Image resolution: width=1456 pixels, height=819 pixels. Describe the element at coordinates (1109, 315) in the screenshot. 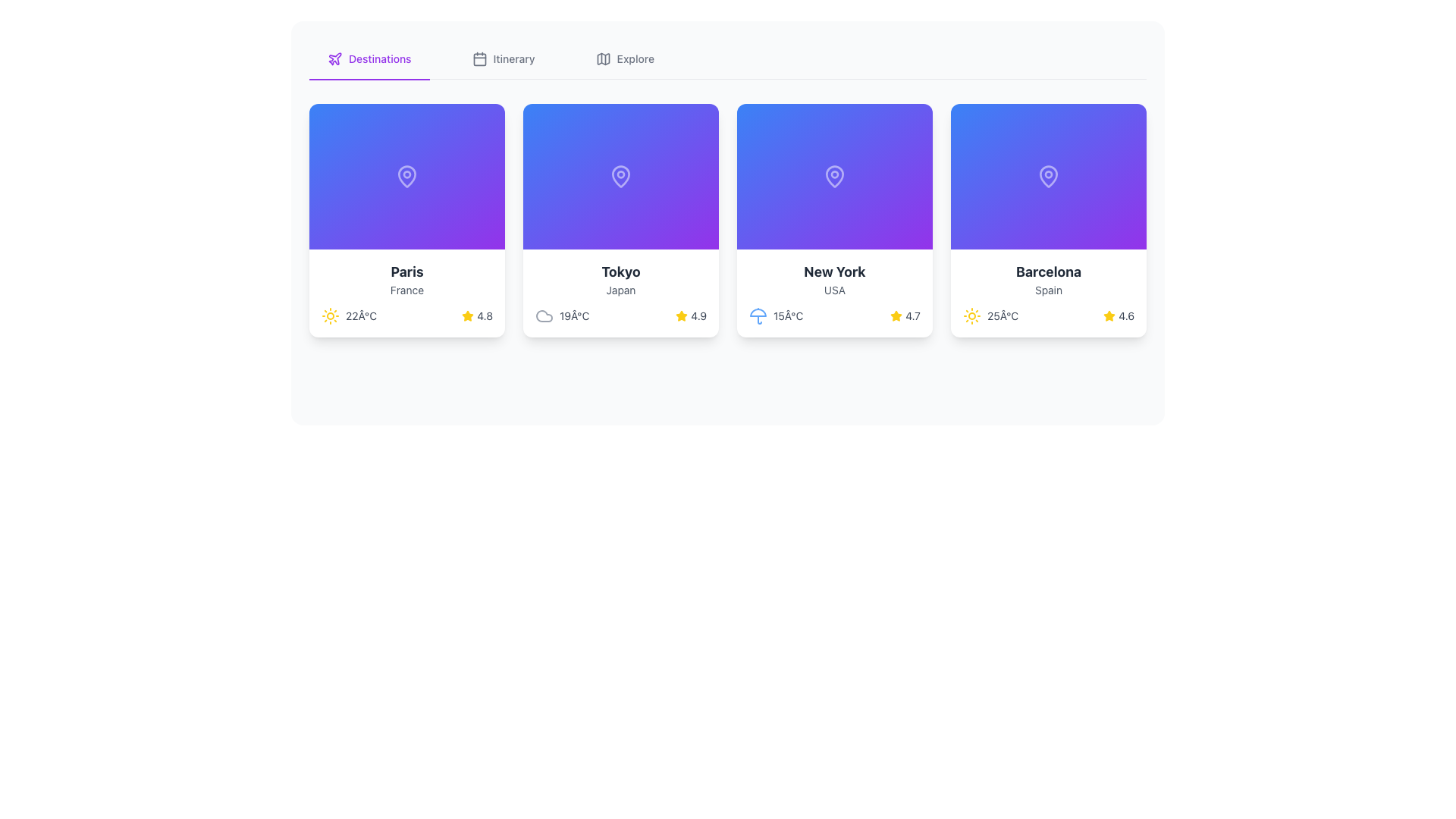

I see `the yellow star icon associated with the rating score of 4.6 located in the content card for the 'Barcelona' item` at that location.